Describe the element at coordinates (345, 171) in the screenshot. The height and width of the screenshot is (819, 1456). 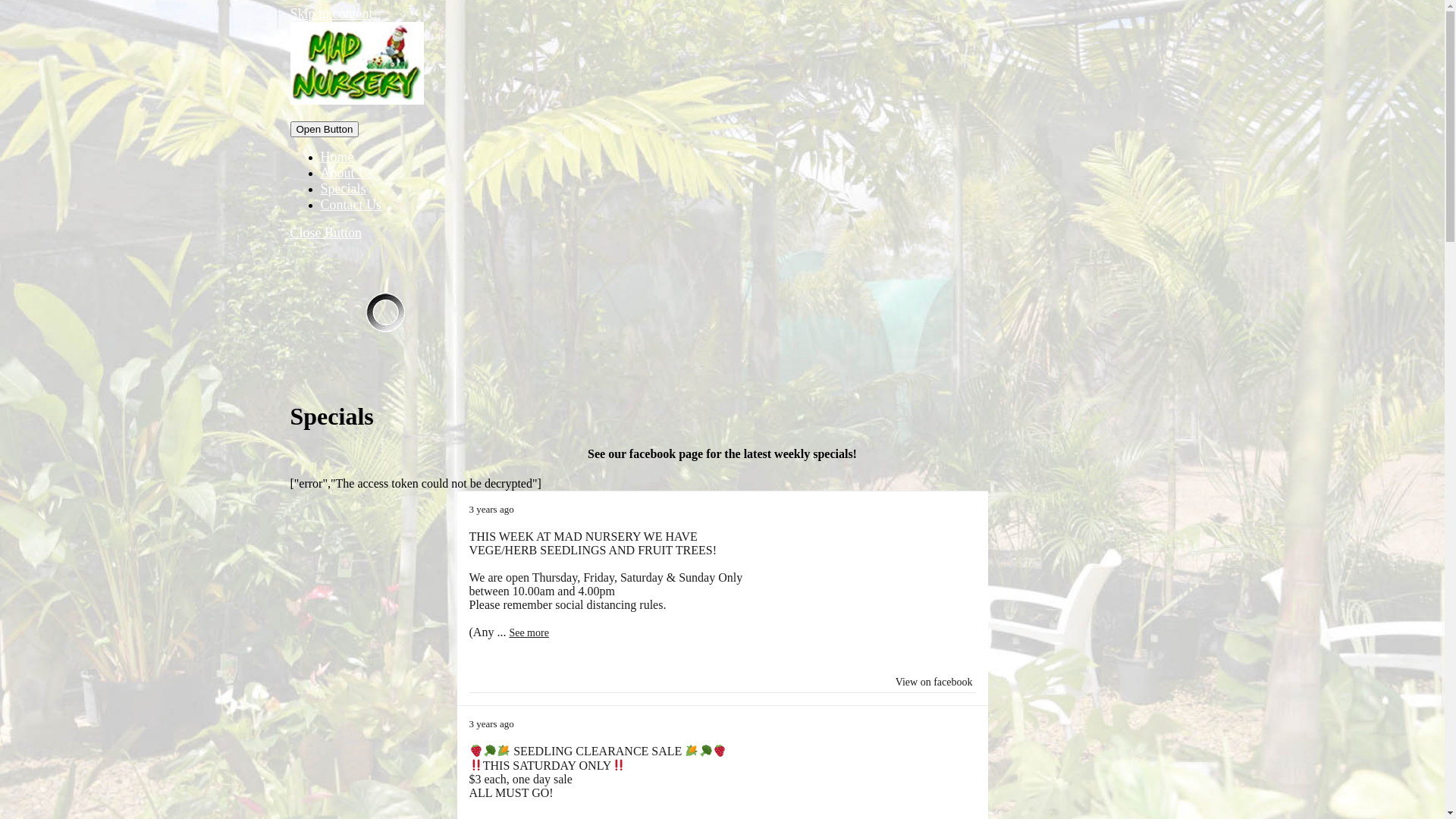
I see `'About Us'` at that location.